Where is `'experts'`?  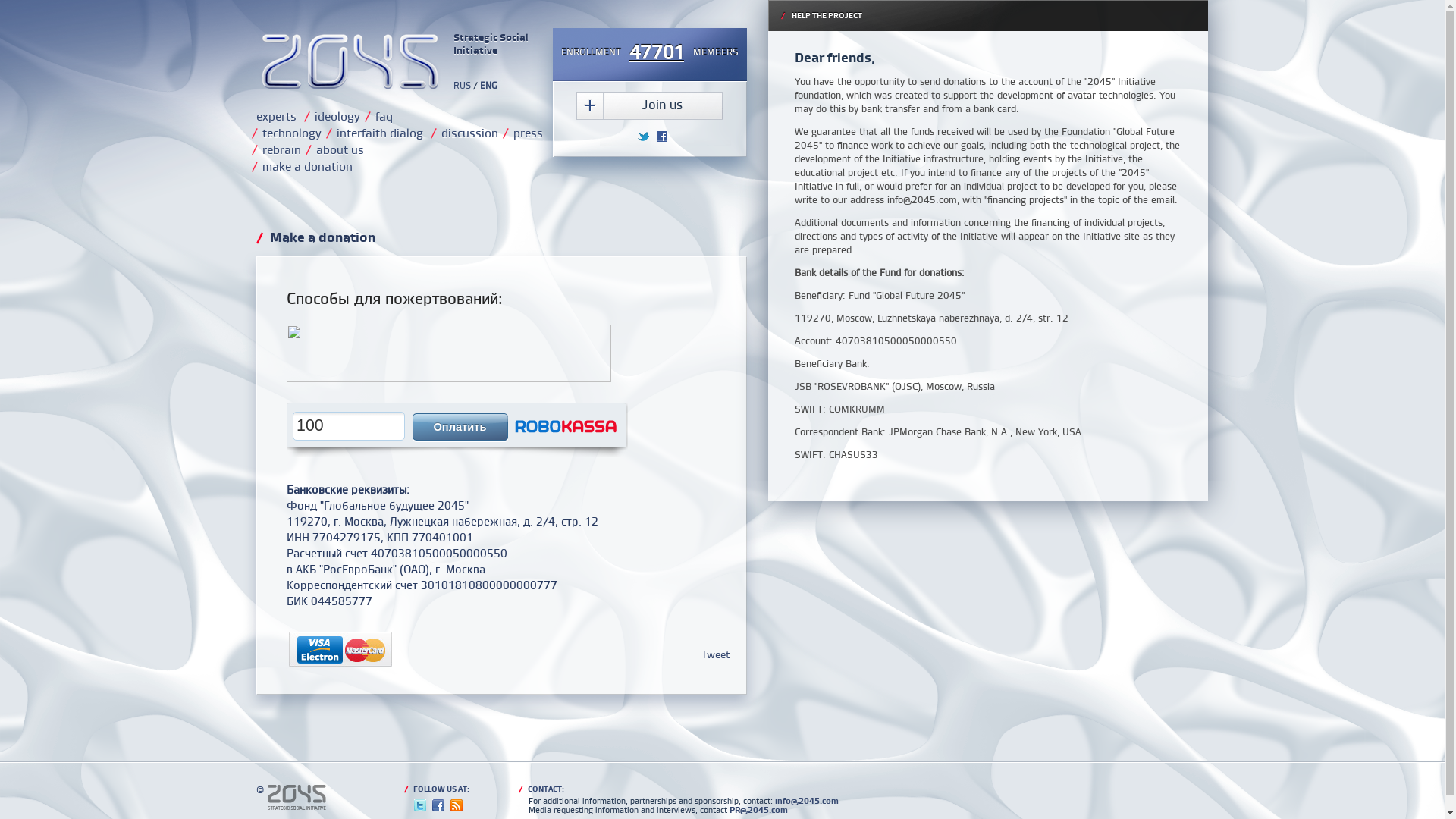 'experts' is located at coordinates (276, 115).